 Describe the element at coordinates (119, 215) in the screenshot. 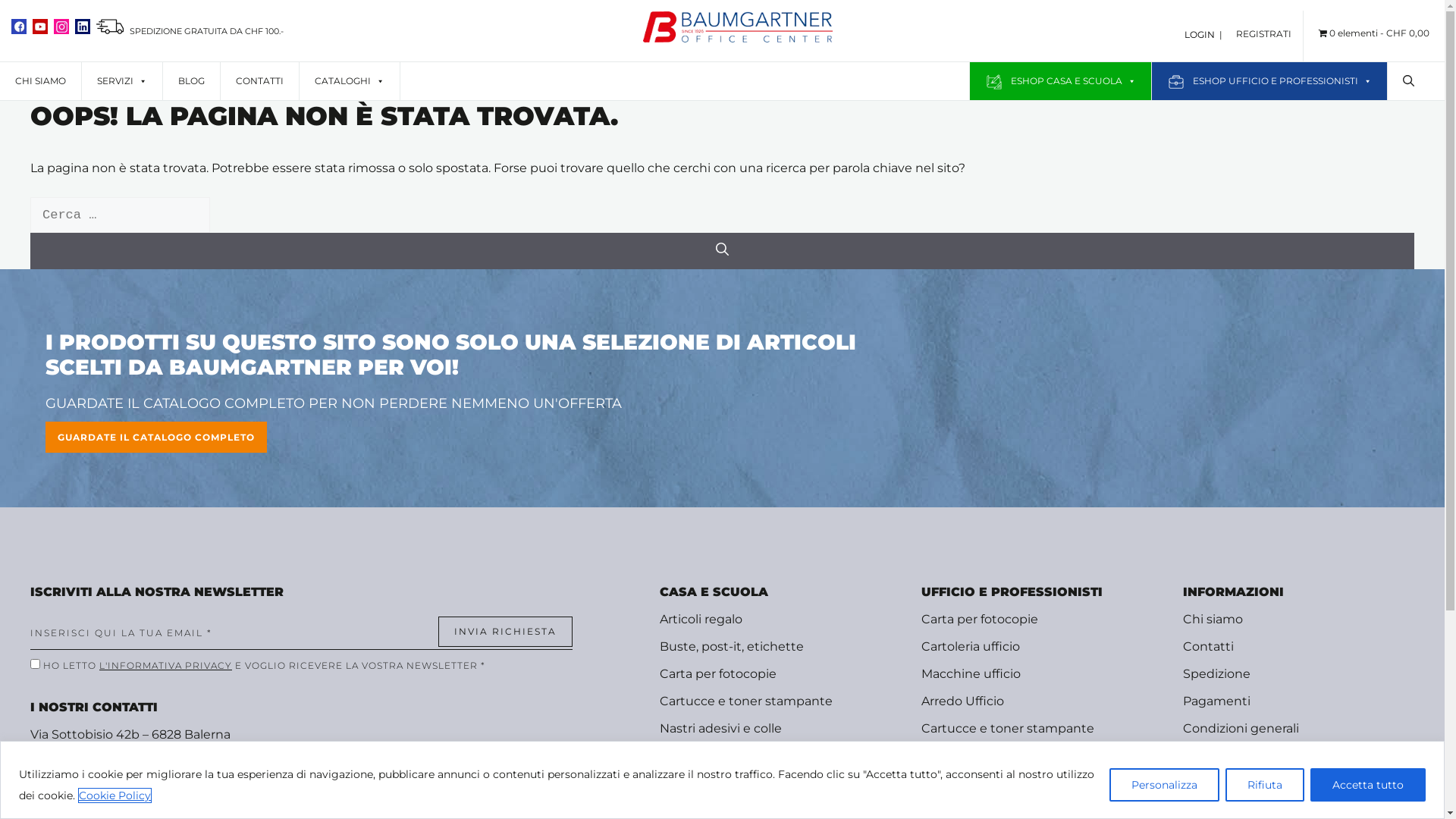

I see `'Ricerca per:'` at that location.